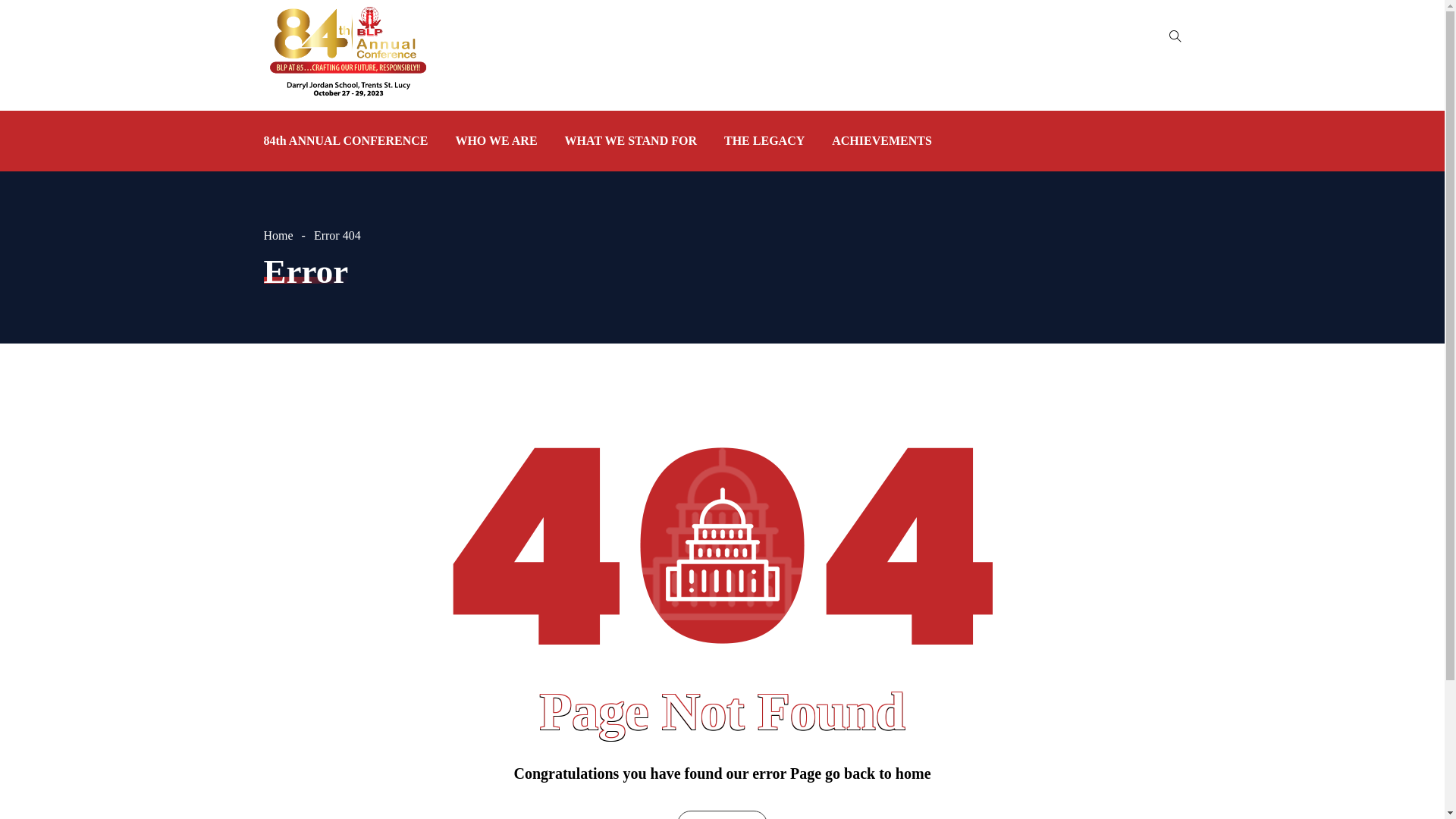 The height and width of the screenshot is (819, 1456). What do you see at coordinates (287, 235) in the screenshot?
I see `'Home'` at bounding box center [287, 235].